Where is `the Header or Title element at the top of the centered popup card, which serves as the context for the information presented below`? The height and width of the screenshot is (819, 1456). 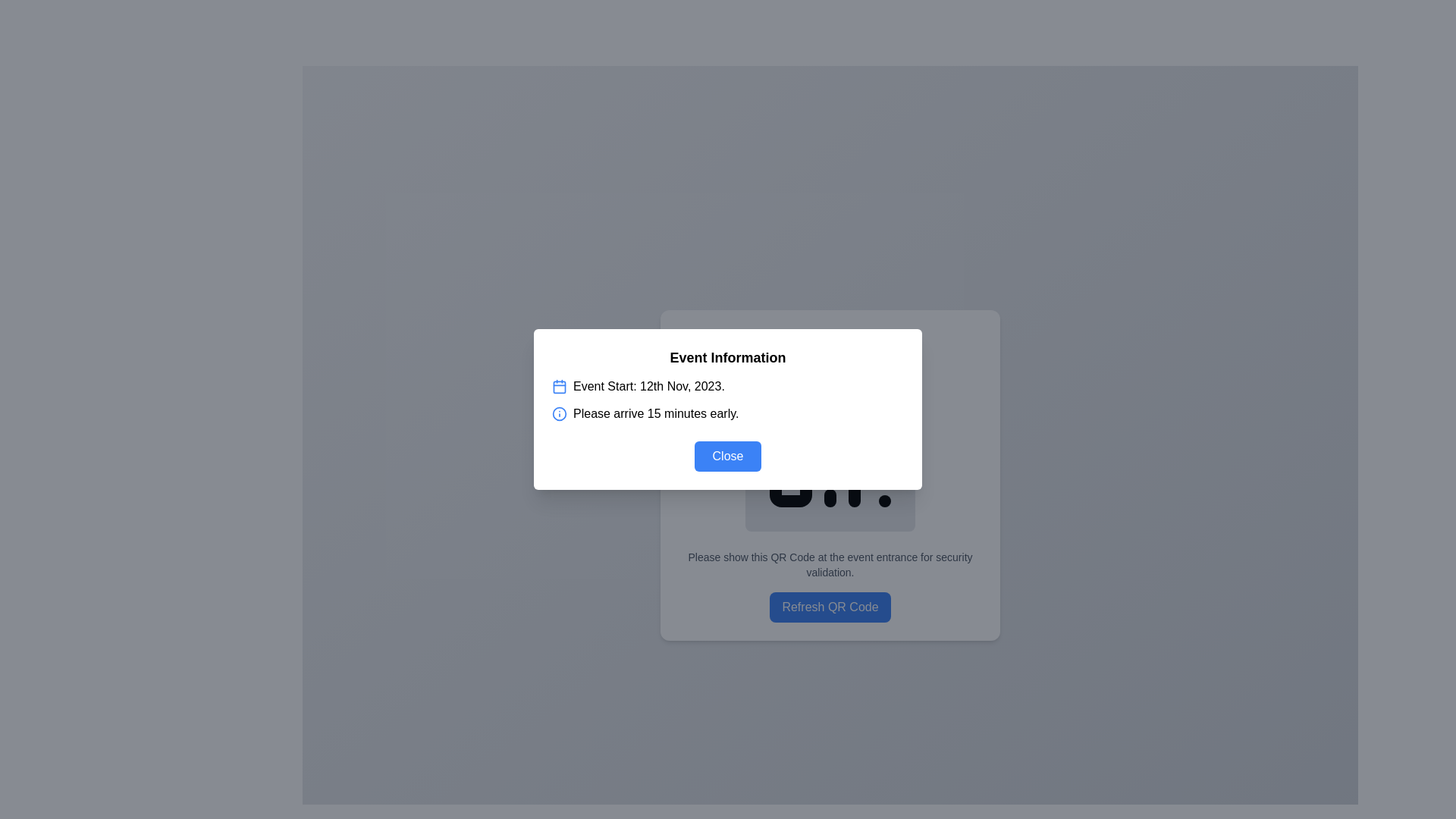 the Header or Title element at the top of the centered popup card, which serves as the context for the information presented below is located at coordinates (728, 357).